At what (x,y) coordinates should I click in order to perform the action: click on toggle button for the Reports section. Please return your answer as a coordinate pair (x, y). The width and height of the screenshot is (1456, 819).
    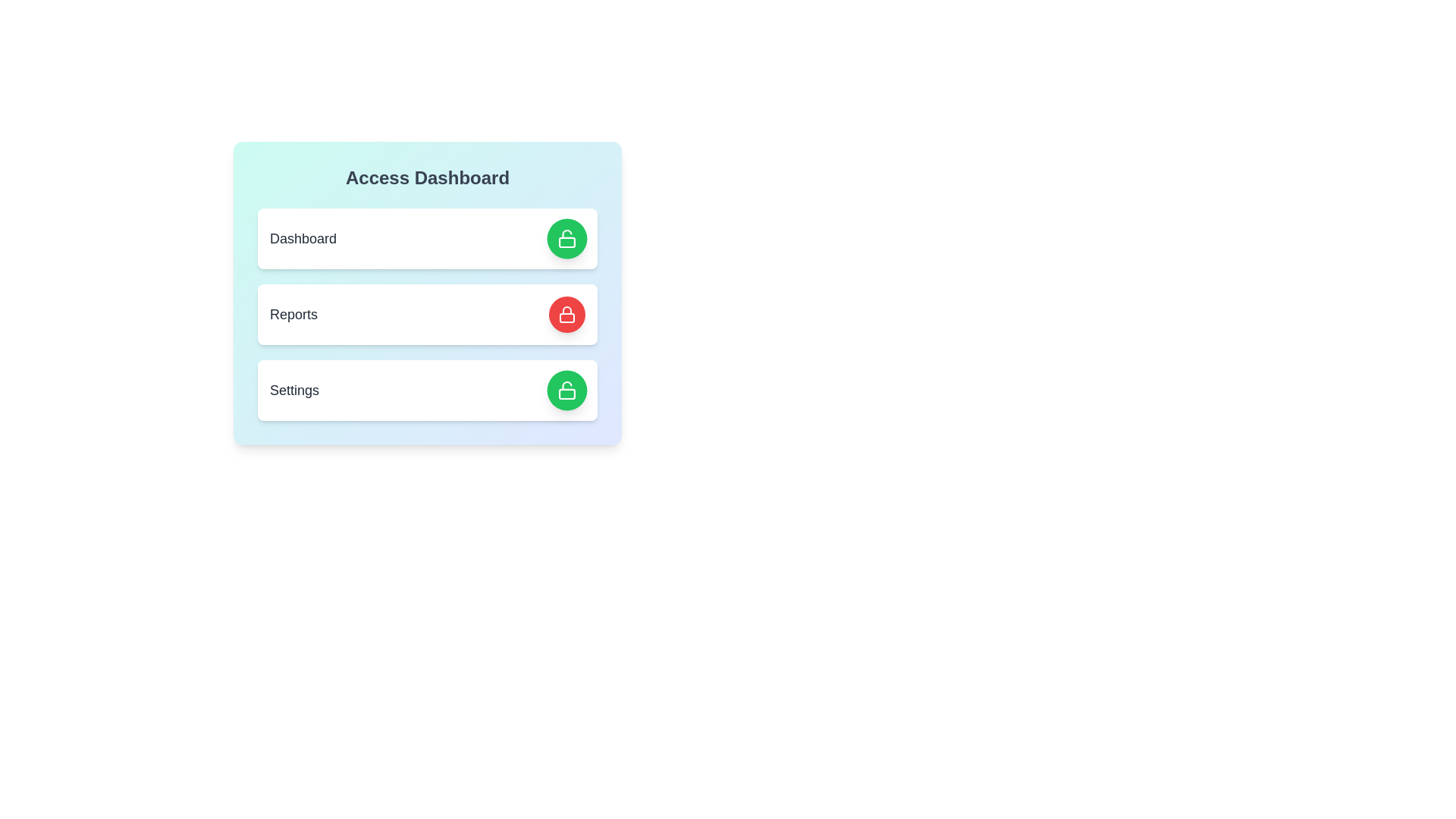
    Looking at the image, I should click on (566, 314).